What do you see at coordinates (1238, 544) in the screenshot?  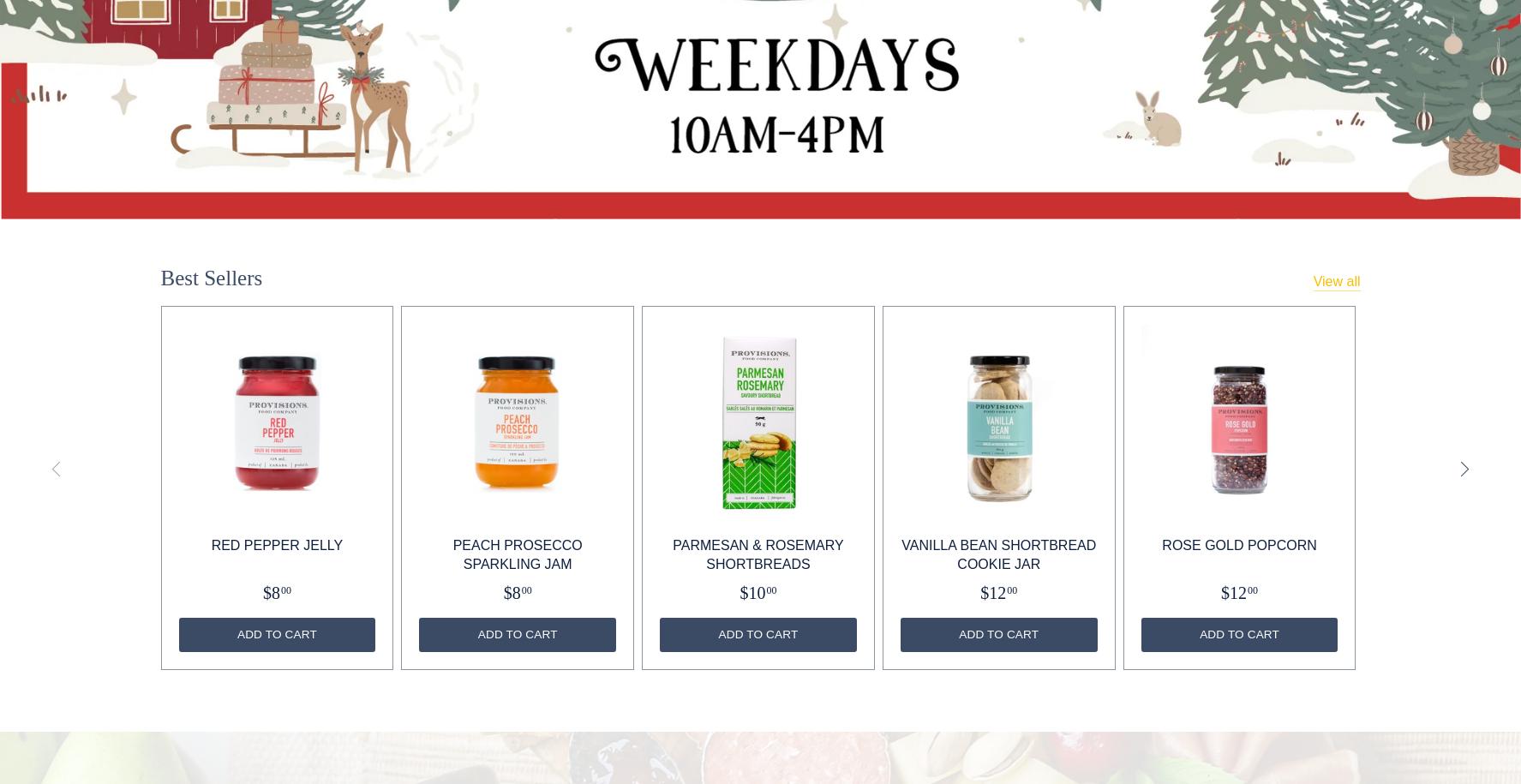 I see `'ROSE GOLD POPCORN'` at bounding box center [1238, 544].